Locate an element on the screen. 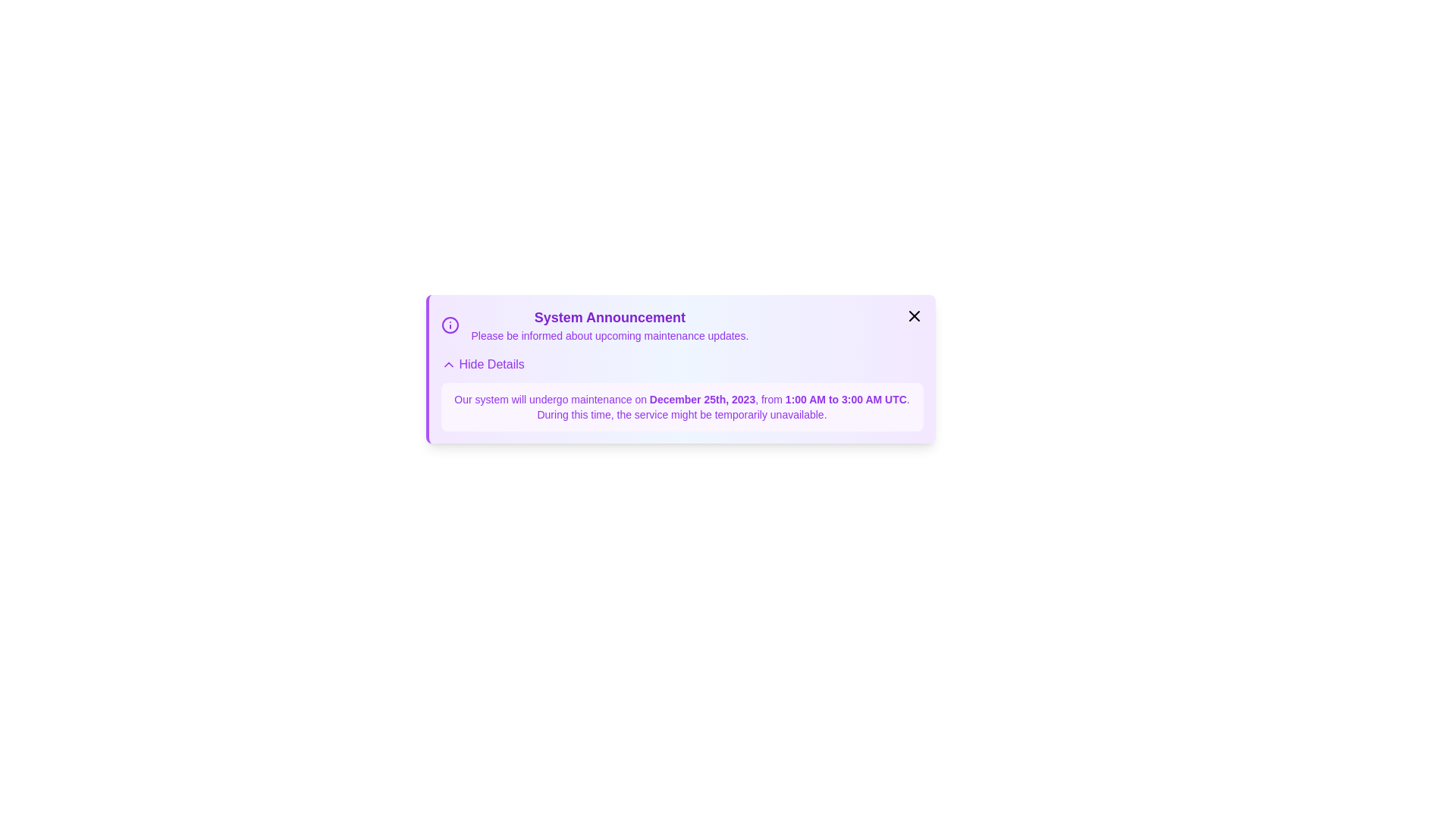  the circular informational icon featuring an 'I' symbol, which is located in the upper-left region of the notification box adjacent to the text titled 'System Announcement' is located at coordinates (449, 324).